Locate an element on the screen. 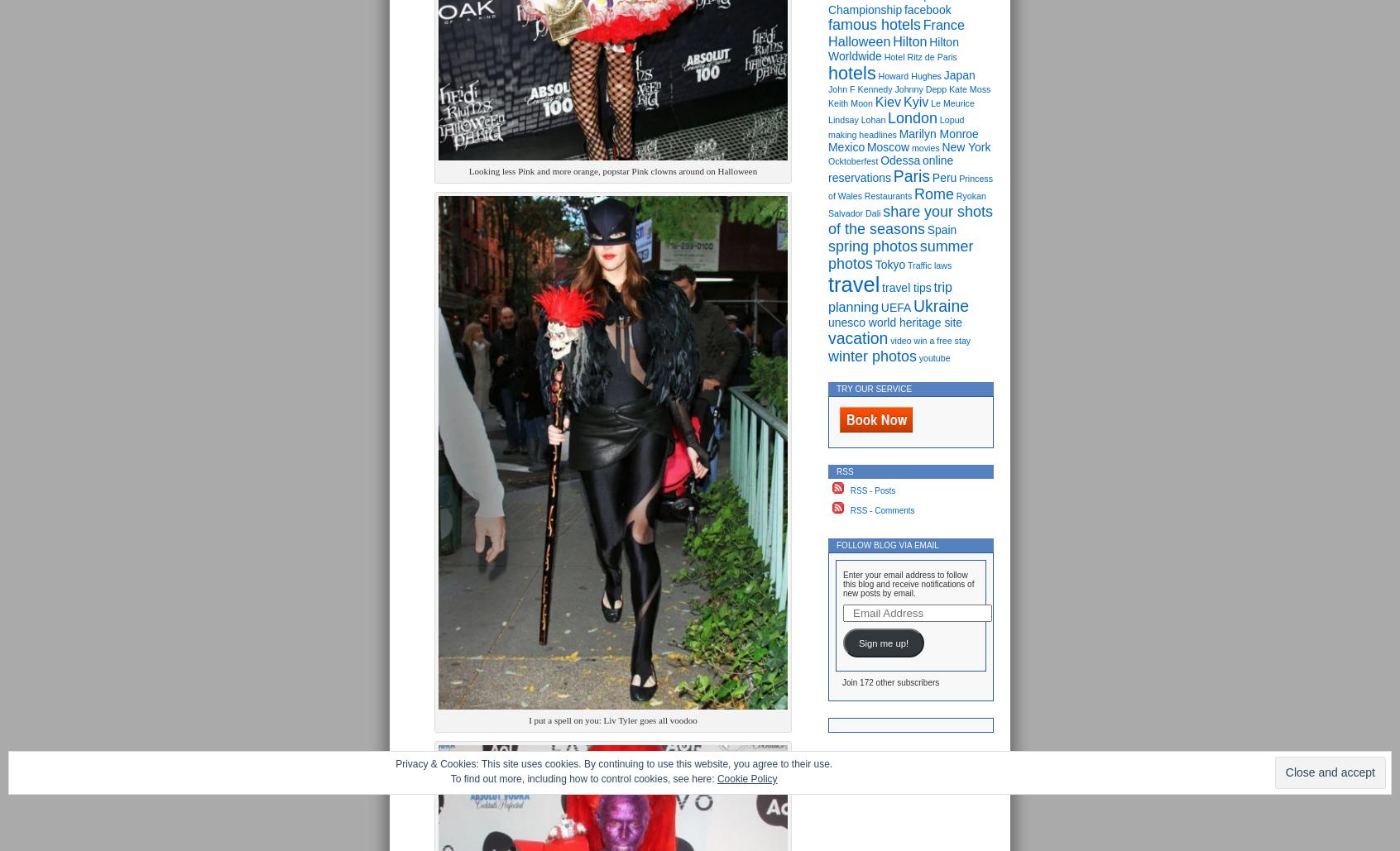  'London' is located at coordinates (913, 117).